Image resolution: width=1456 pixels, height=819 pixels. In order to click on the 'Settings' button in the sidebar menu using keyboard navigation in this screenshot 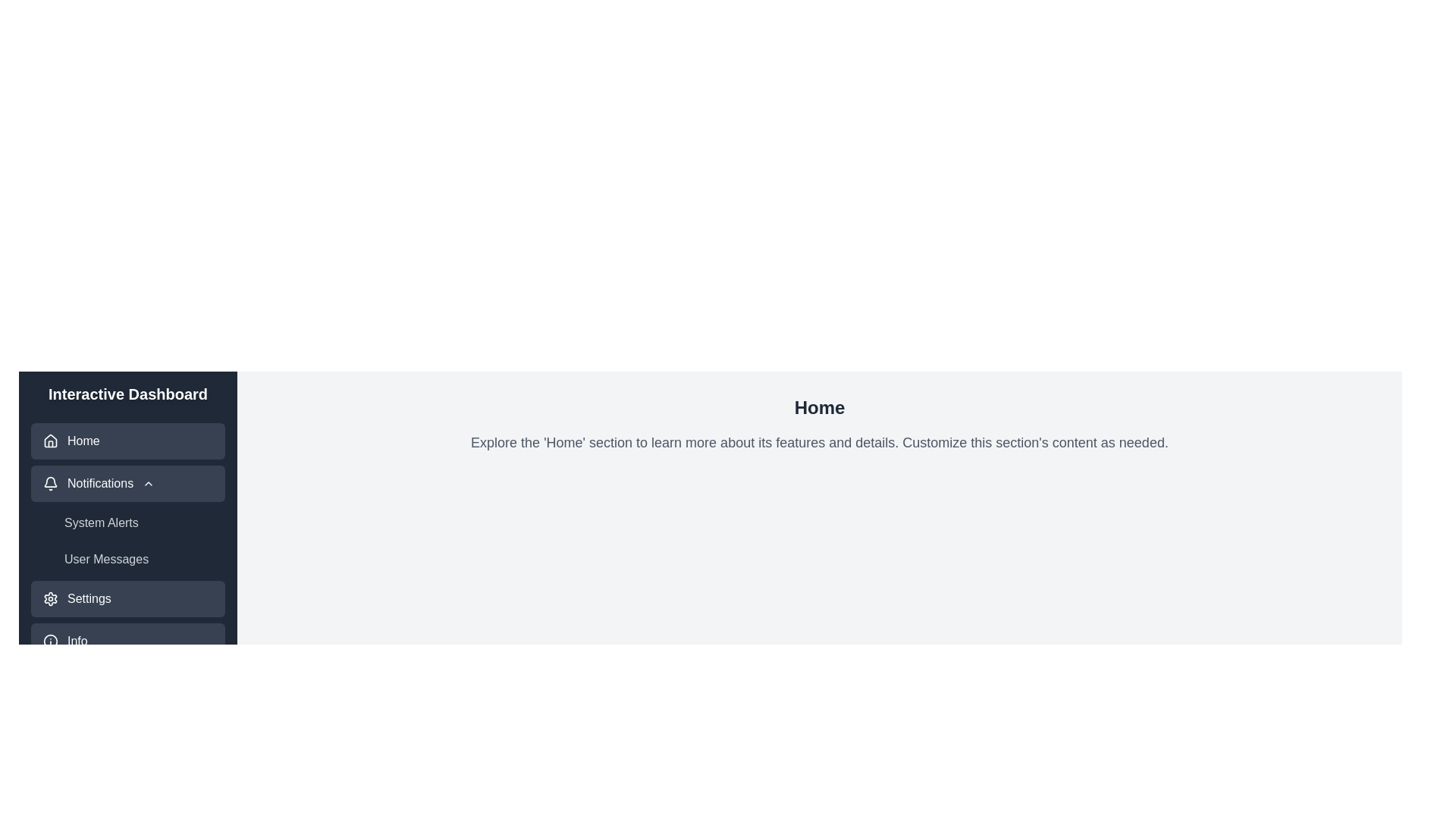, I will do `click(127, 598)`.